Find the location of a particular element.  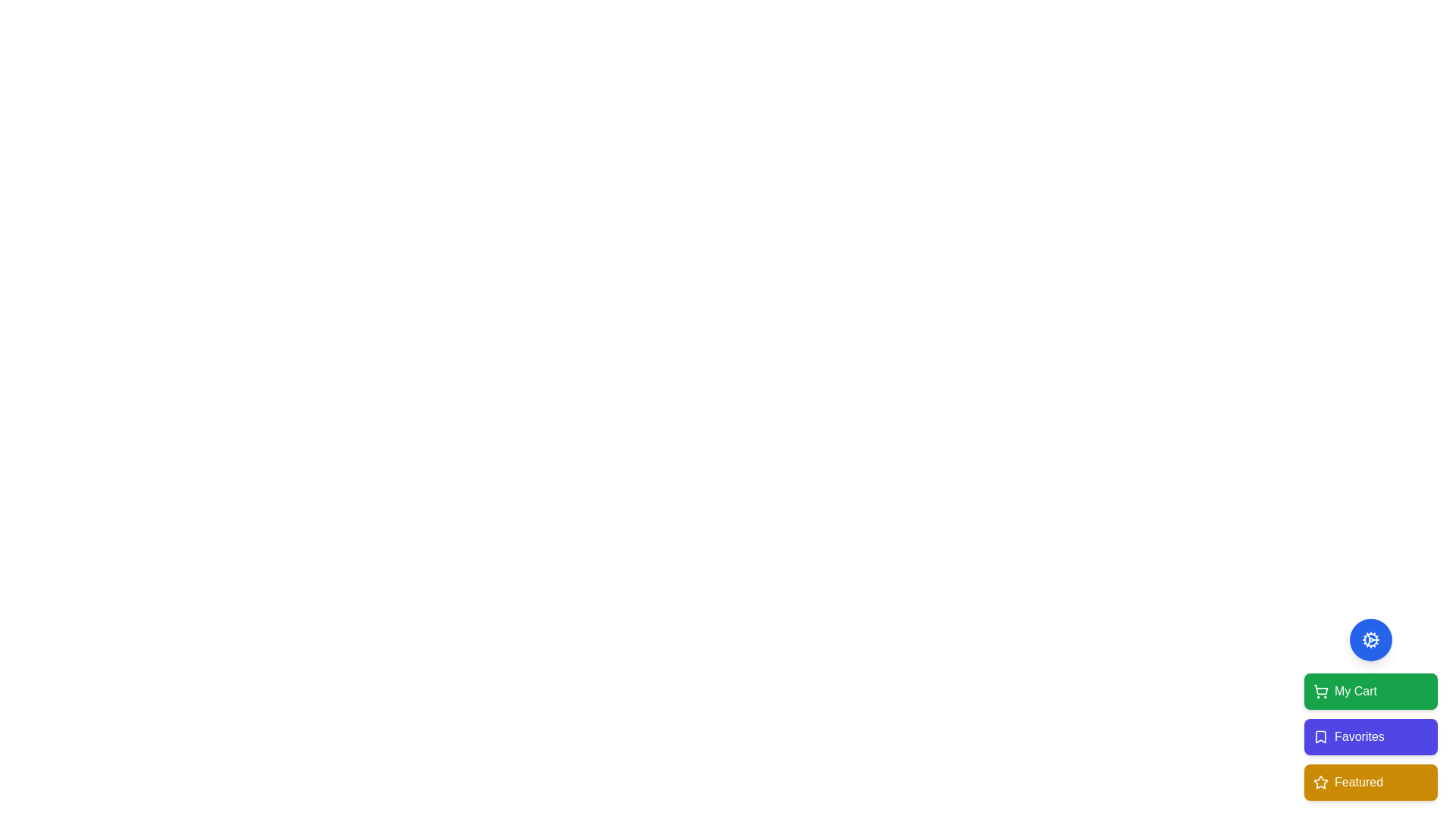

the 'Favorites' button located below the 'My Cart' button and above the 'Featured' button in the right panel of the application is located at coordinates (1371, 736).